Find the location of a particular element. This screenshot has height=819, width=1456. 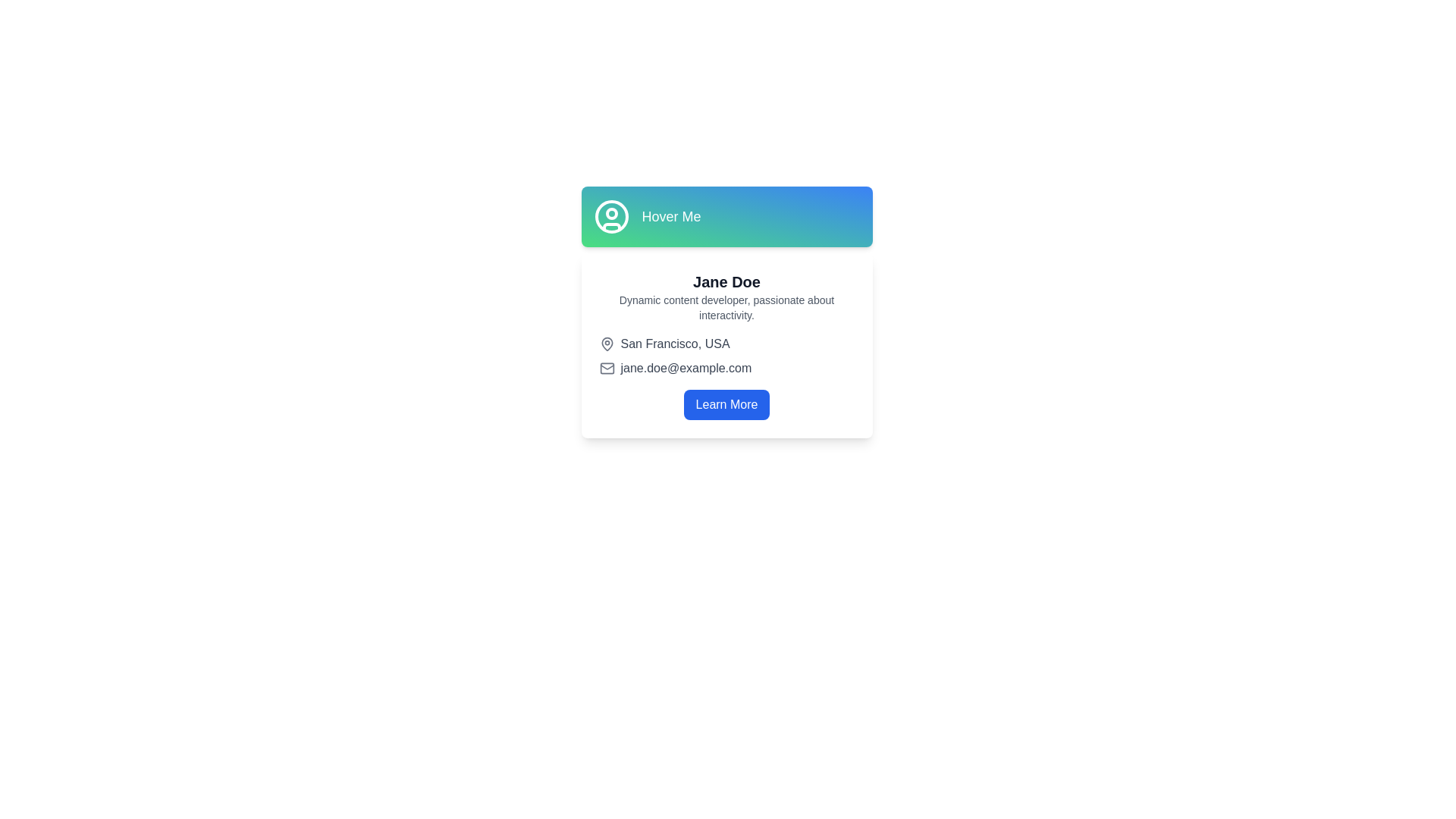

the static text display showing the email address 'jane.doe@example.com', which is positioned next to an email icon within a horizontally aligned group below the user's name is located at coordinates (685, 369).